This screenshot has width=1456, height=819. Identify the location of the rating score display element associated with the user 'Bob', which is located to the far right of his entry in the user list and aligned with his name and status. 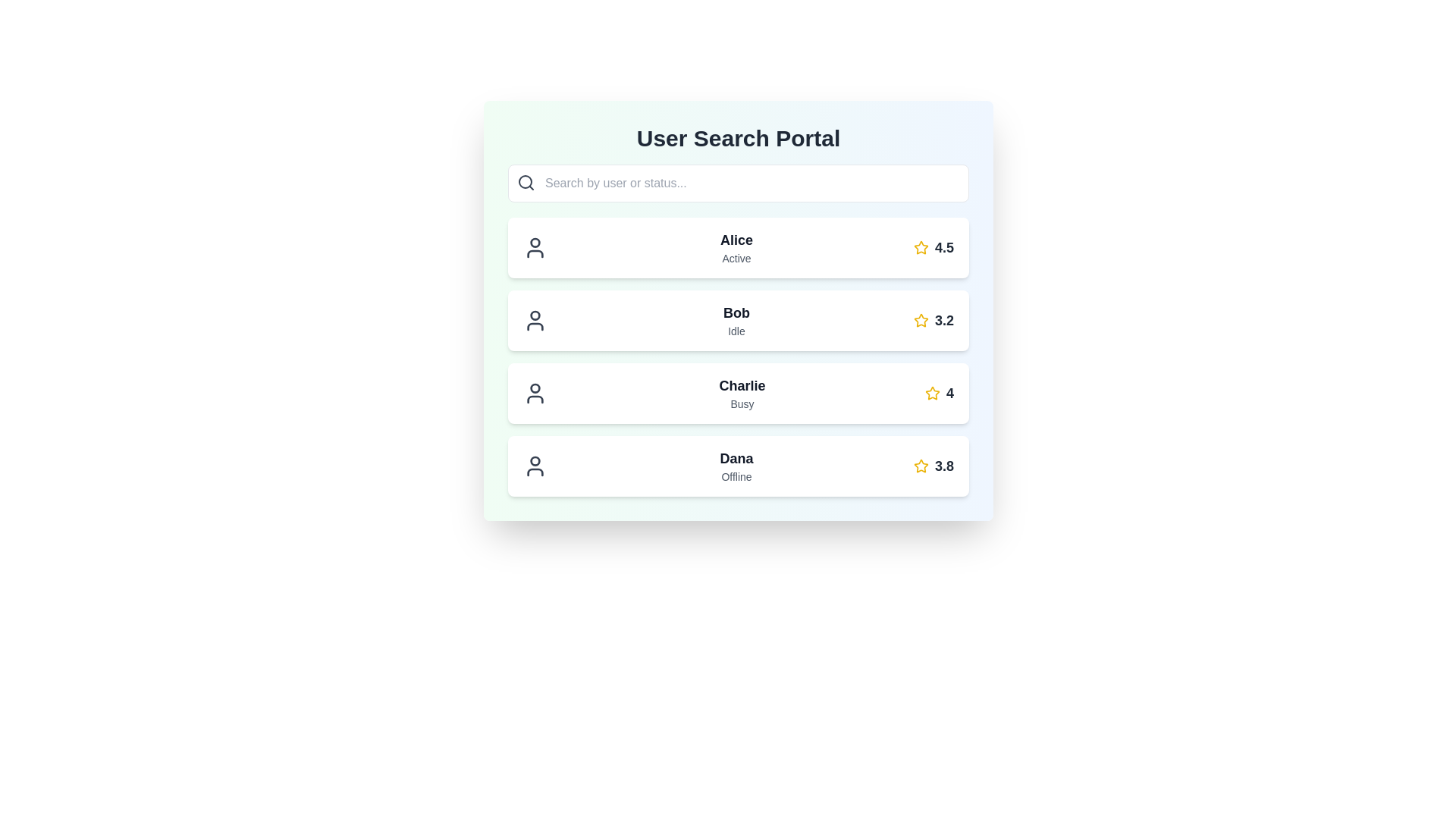
(933, 320).